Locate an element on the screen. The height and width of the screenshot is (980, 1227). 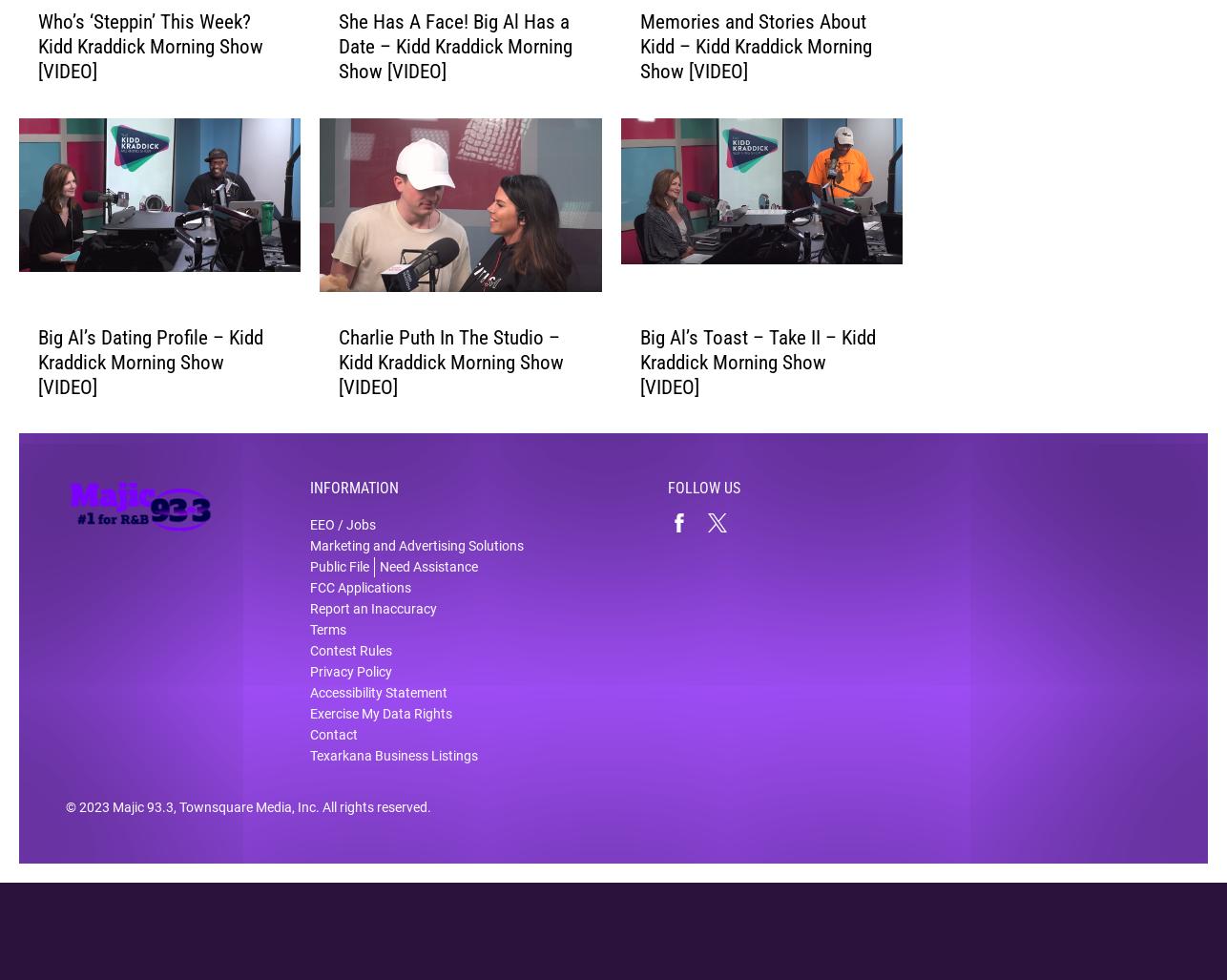
'Contest Rules' is located at coordinates (350, 663).